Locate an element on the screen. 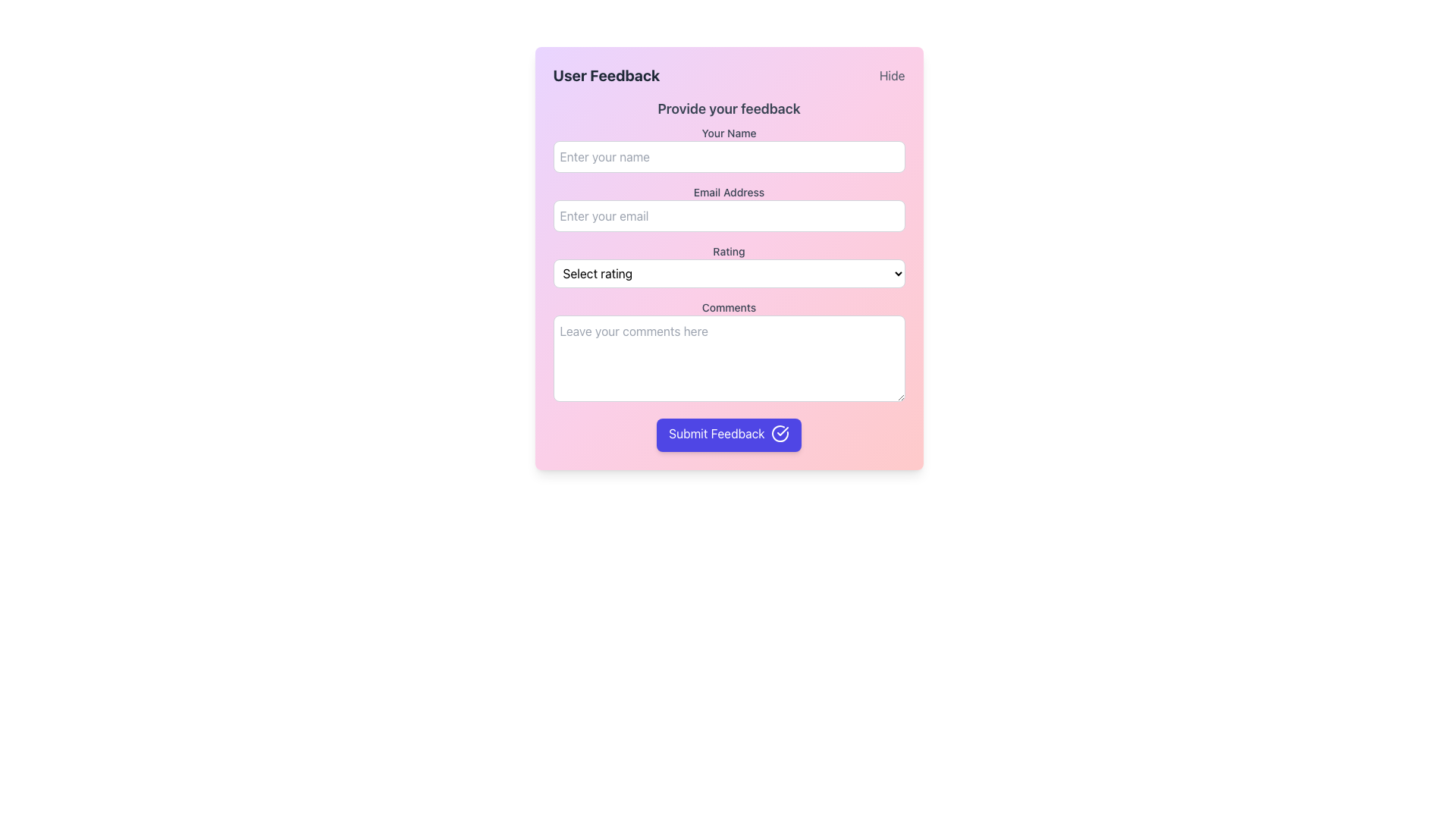 The height and width of the screenshot is (819, 1456). the text input field with placeholder 'Enter your name', located below the label 'Your Name' in the upper section of the form is located at coordinates (729, 157).